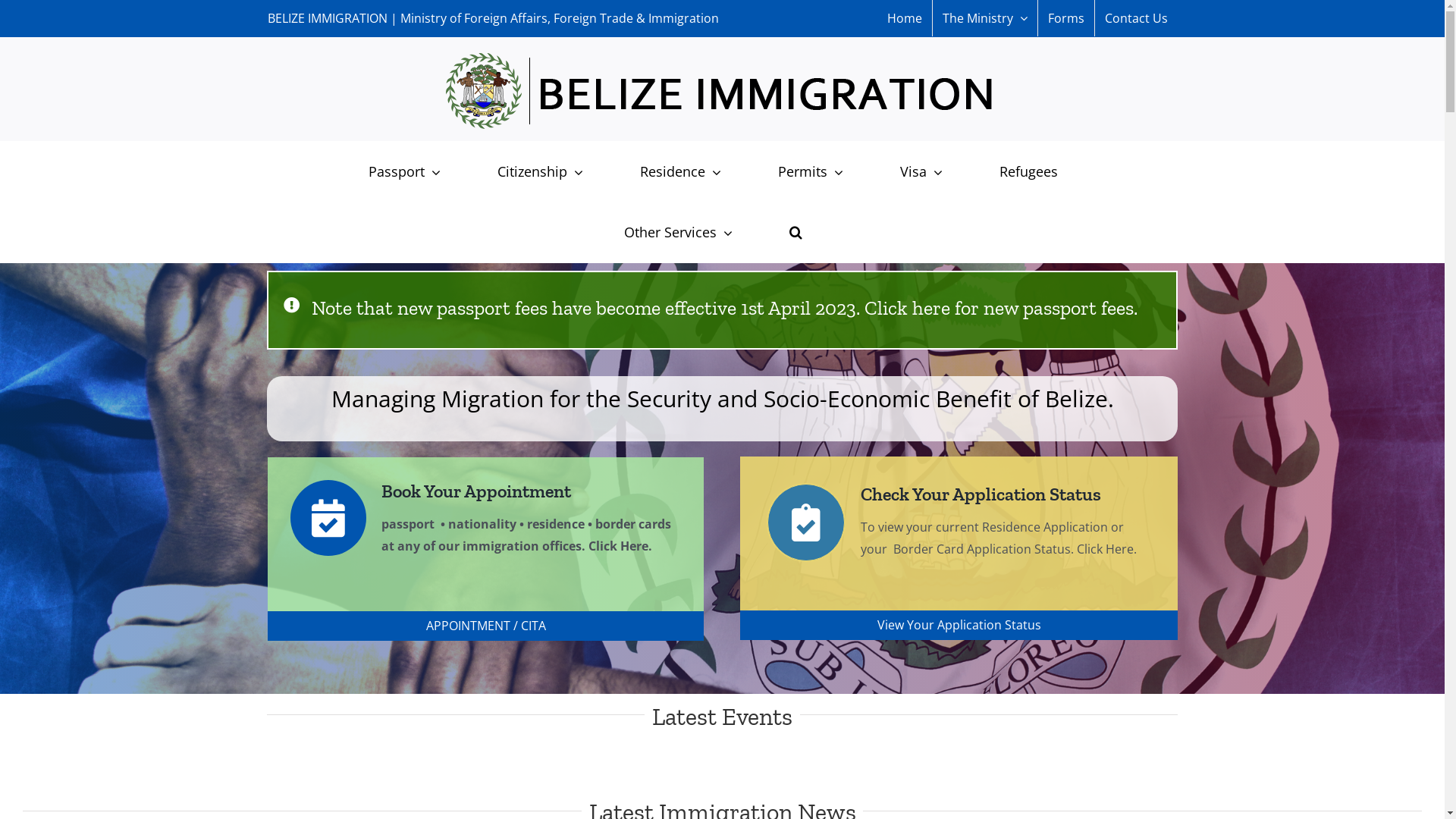 The width and height of the screenshot is (1456, 819). Describe the element at coordinates (795, 231) in the screenshot. I see `'Search'` at that location.